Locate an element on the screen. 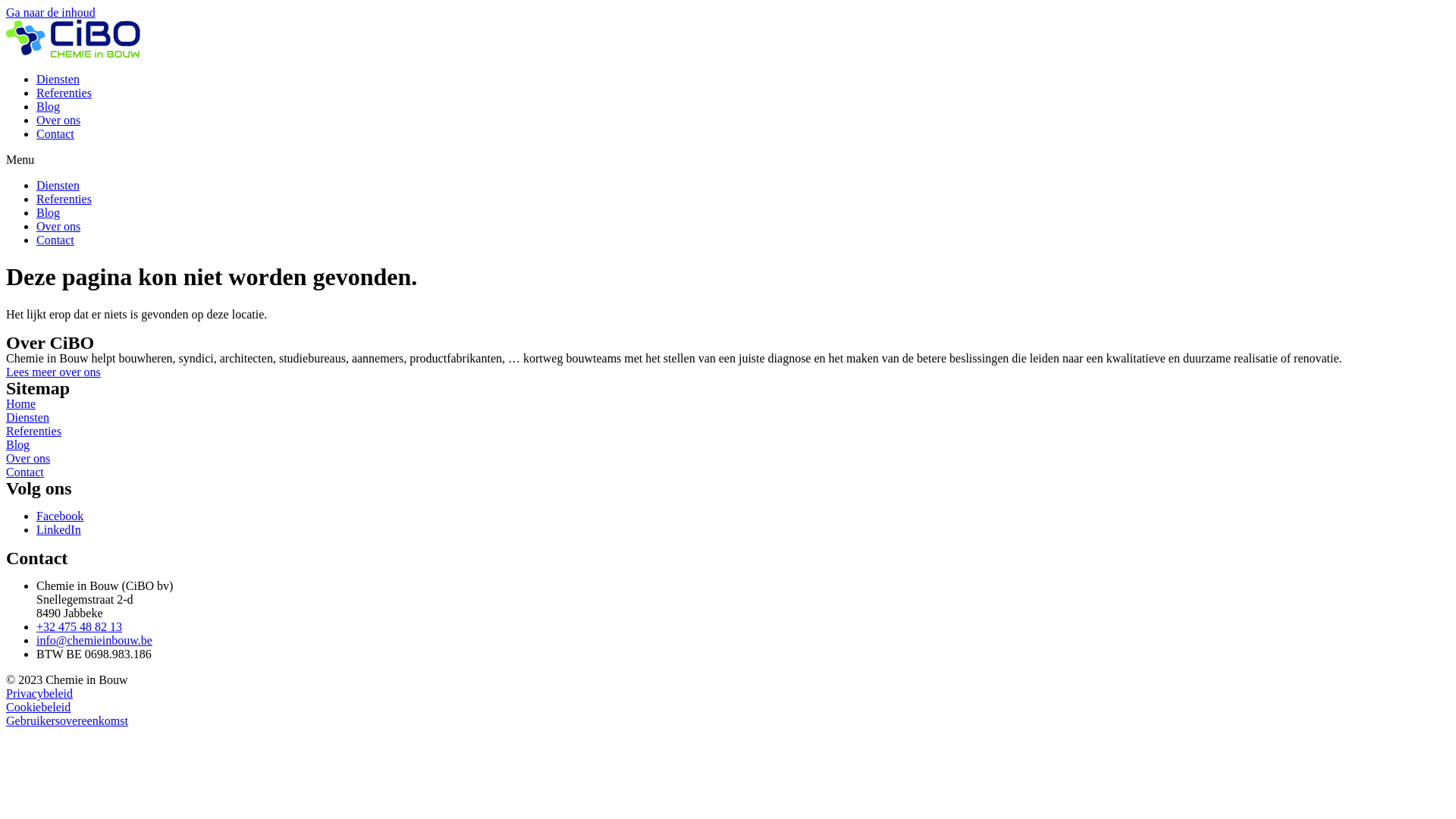 The height and width of the screenshot is (819, 1456). 'Blog' is located at coordinates (48, 212).